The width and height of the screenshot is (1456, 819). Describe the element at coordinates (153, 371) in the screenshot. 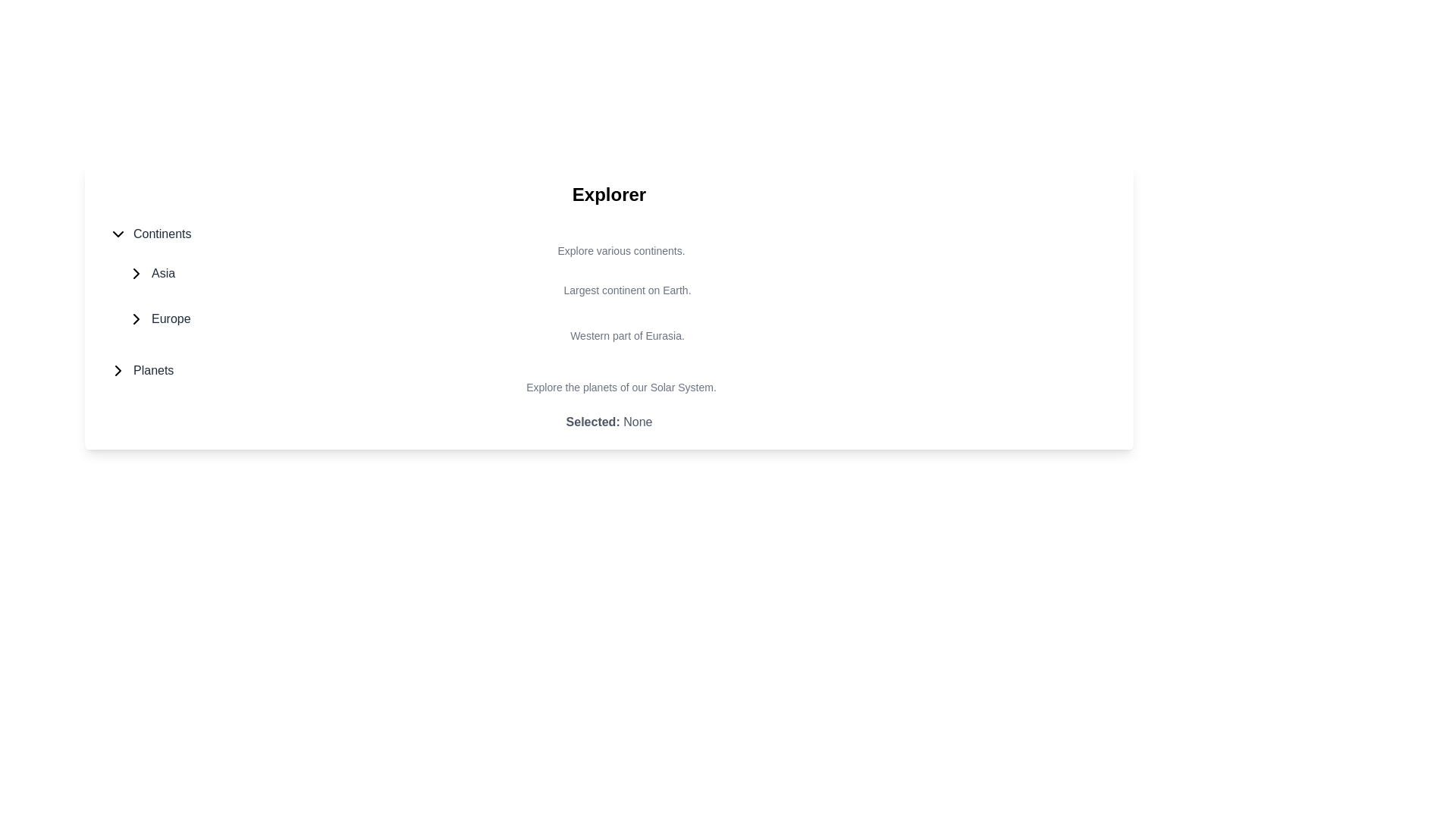

I see `the 'Planets' text label` at that location.